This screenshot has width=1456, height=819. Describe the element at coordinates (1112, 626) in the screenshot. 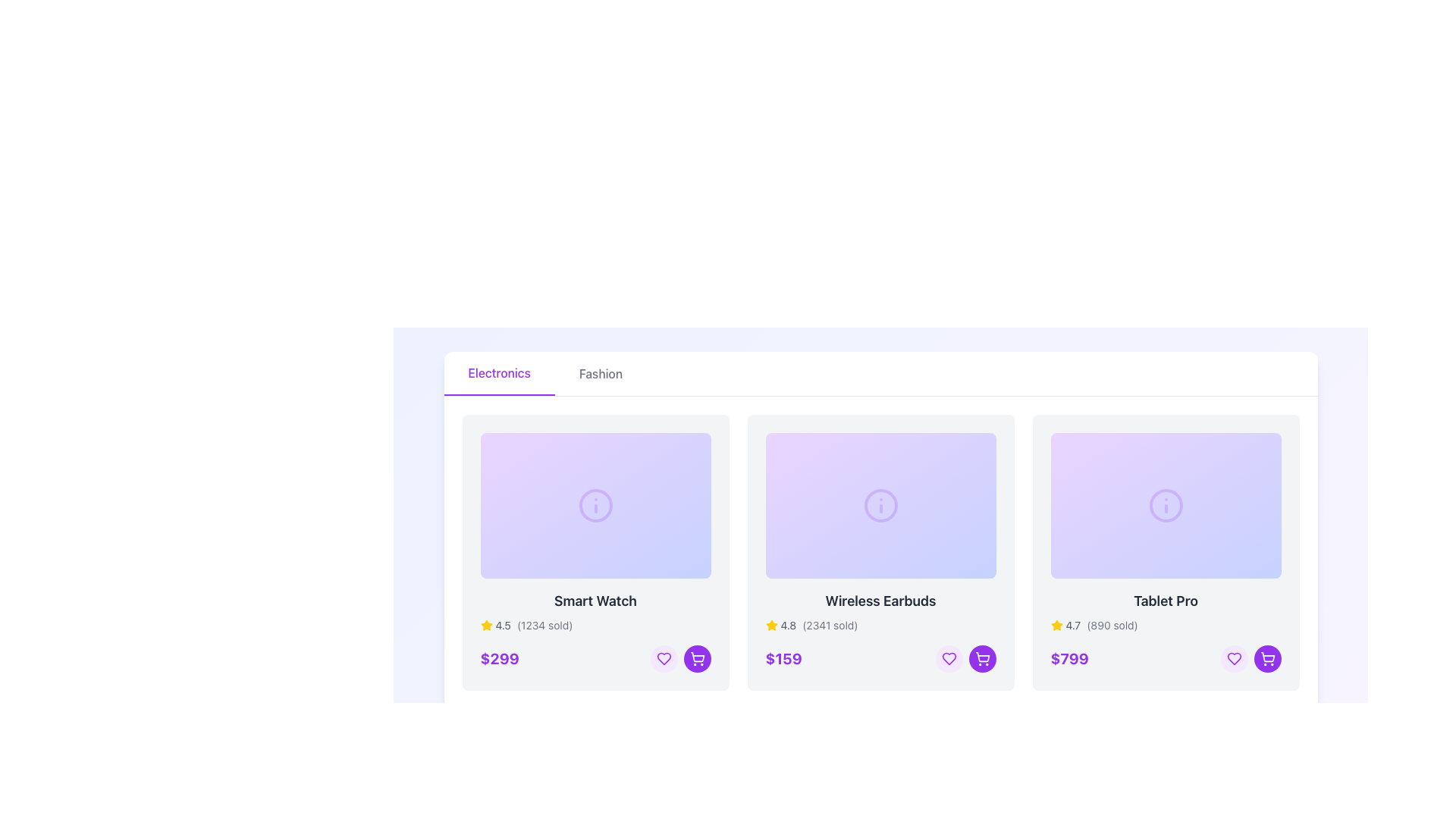

I see `the text label displaying '(890 sold)' which is styled in gray and located to the right of the '4.7' rating text, providing sales information for the product` at that location.